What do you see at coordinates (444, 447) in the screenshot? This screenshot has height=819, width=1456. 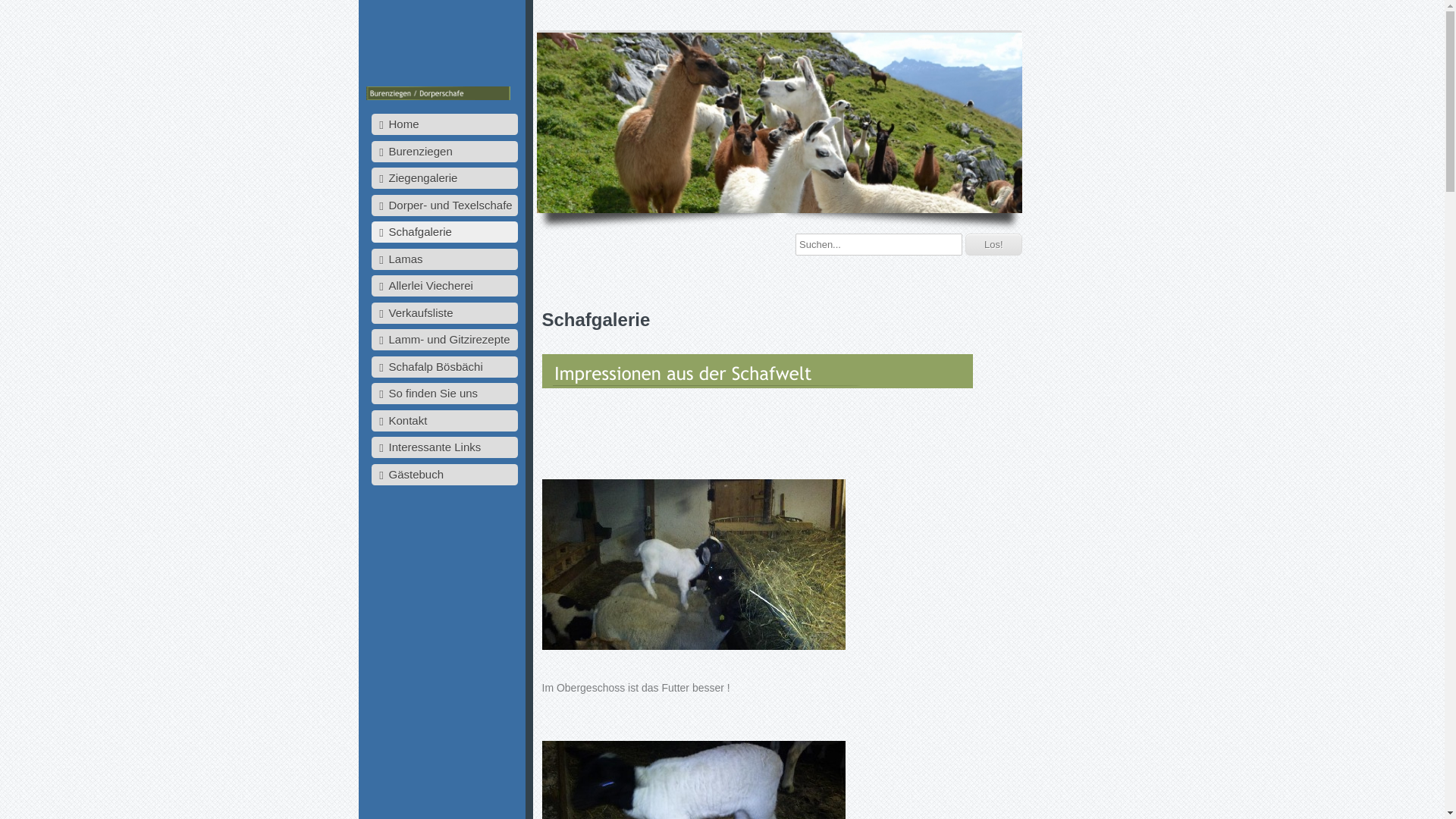 I see `'Interessante Links'` at bounding box center [444, 447].